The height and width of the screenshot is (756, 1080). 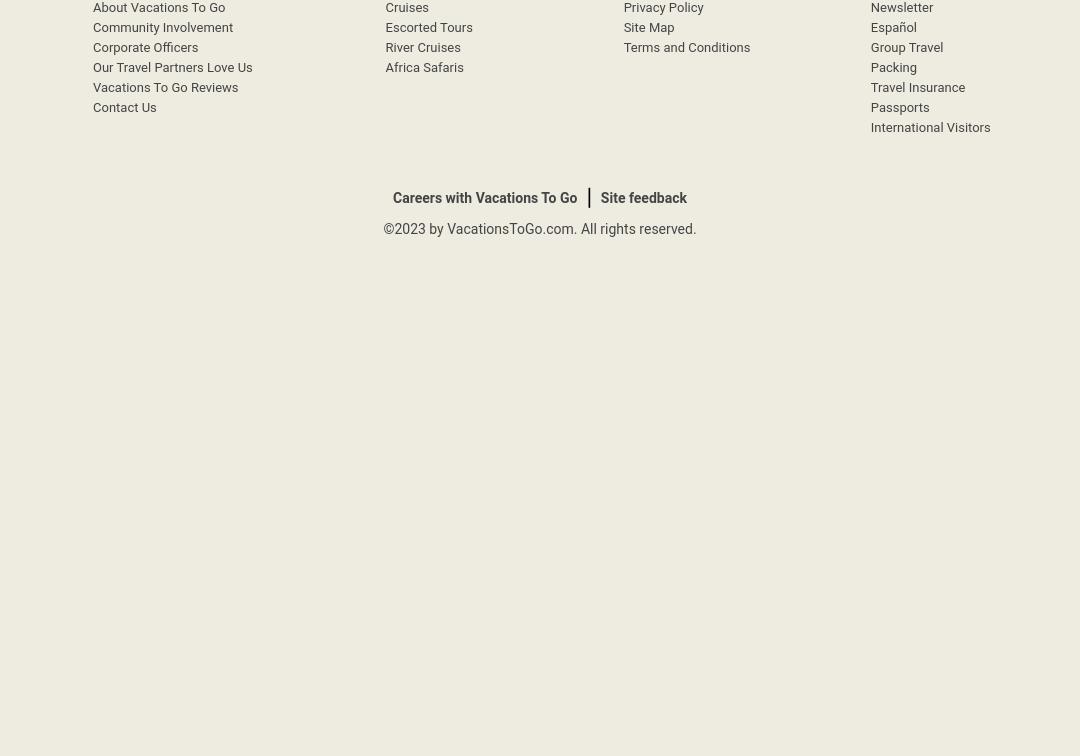 What do you see at coordinates (144, 47) in the screenshot?
I see `'Corporate Officers'` at bounding box center [144, 47].